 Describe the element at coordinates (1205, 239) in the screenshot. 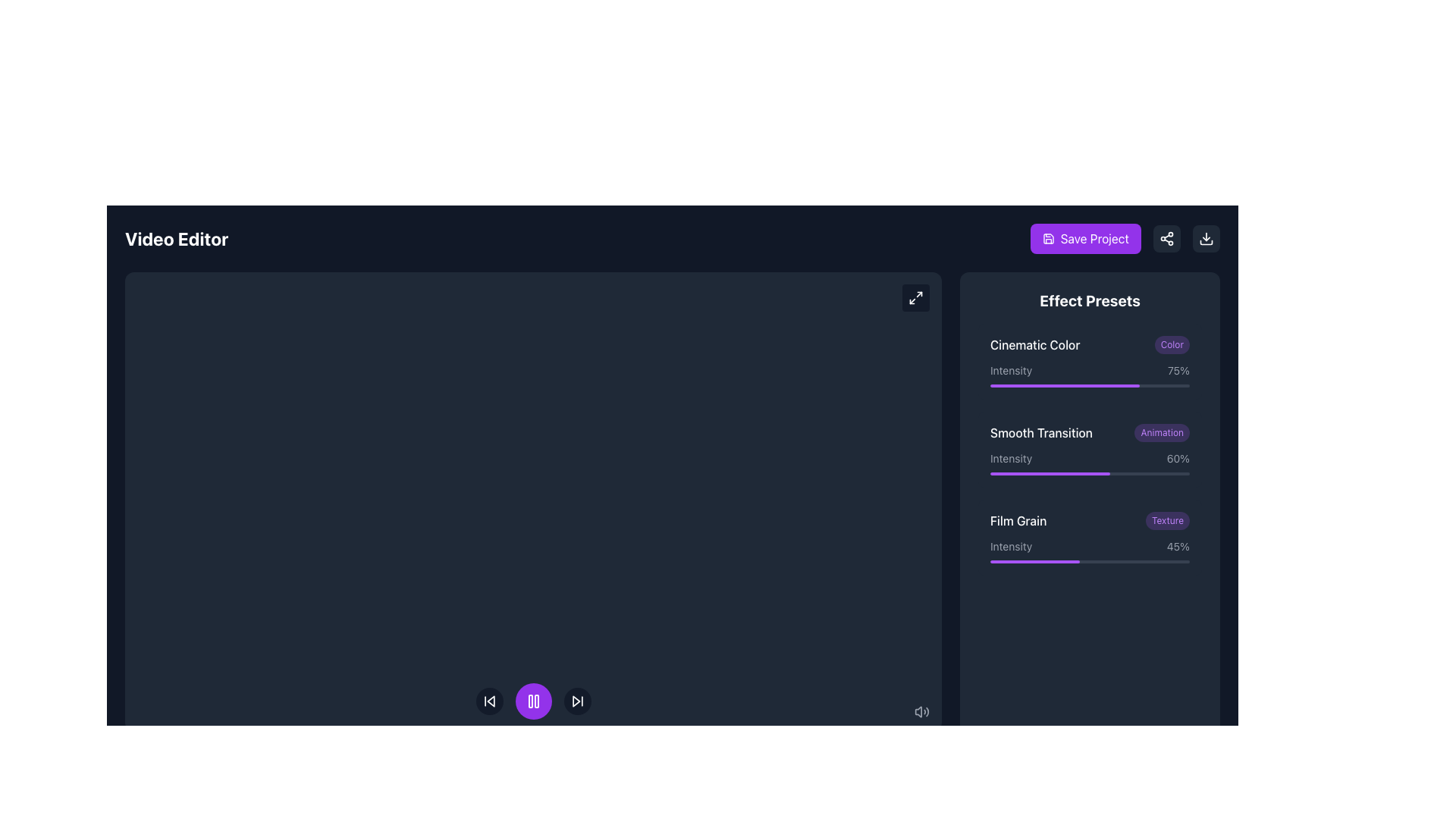

I see `the download button, which is the third icon from the left in the top-right corner of the interface` at that location.